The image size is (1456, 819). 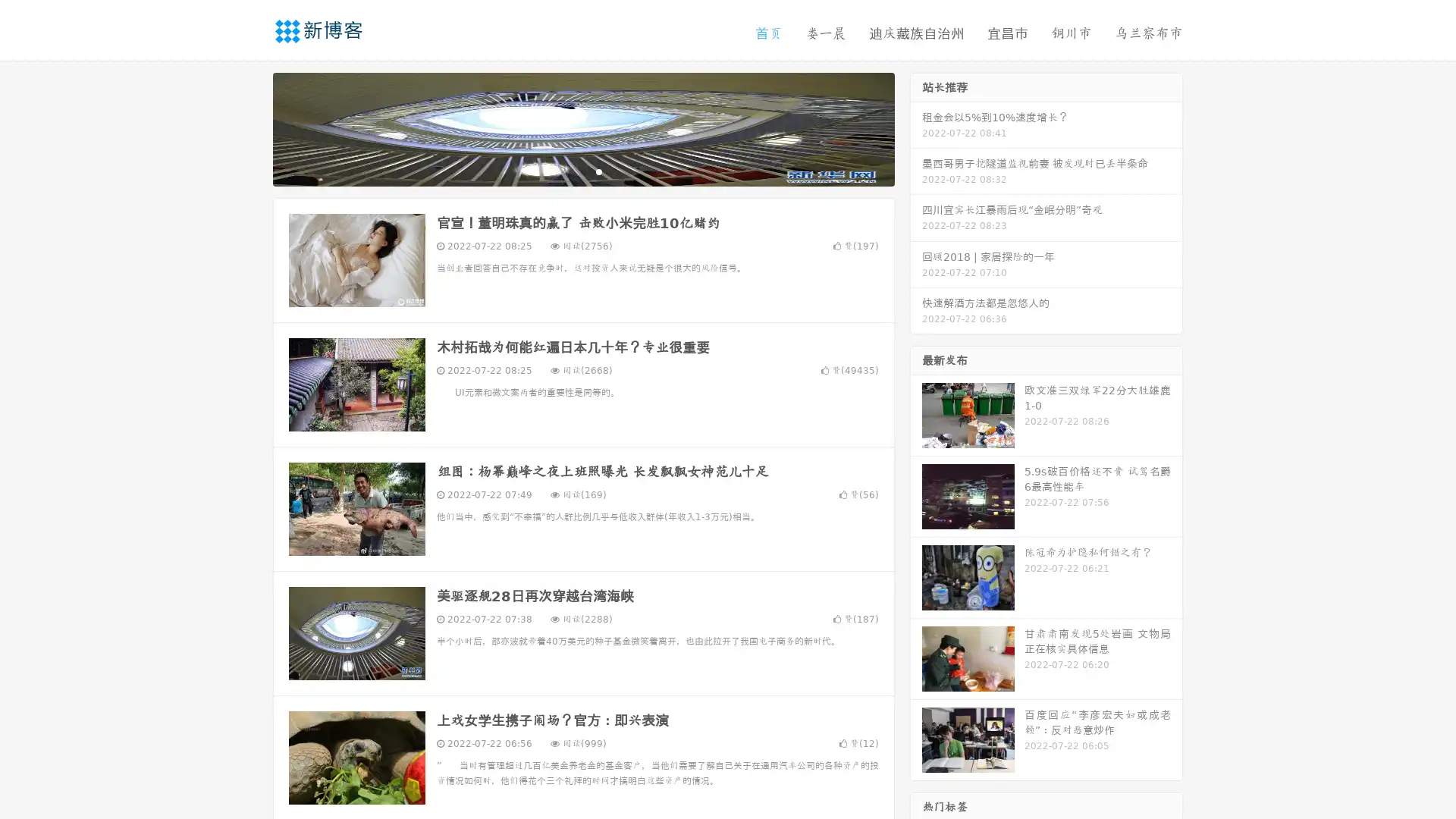 What do you see at coordinates (250, 127) in the screenshot?
I see `Previous slide` at bounding box center [250, 127].